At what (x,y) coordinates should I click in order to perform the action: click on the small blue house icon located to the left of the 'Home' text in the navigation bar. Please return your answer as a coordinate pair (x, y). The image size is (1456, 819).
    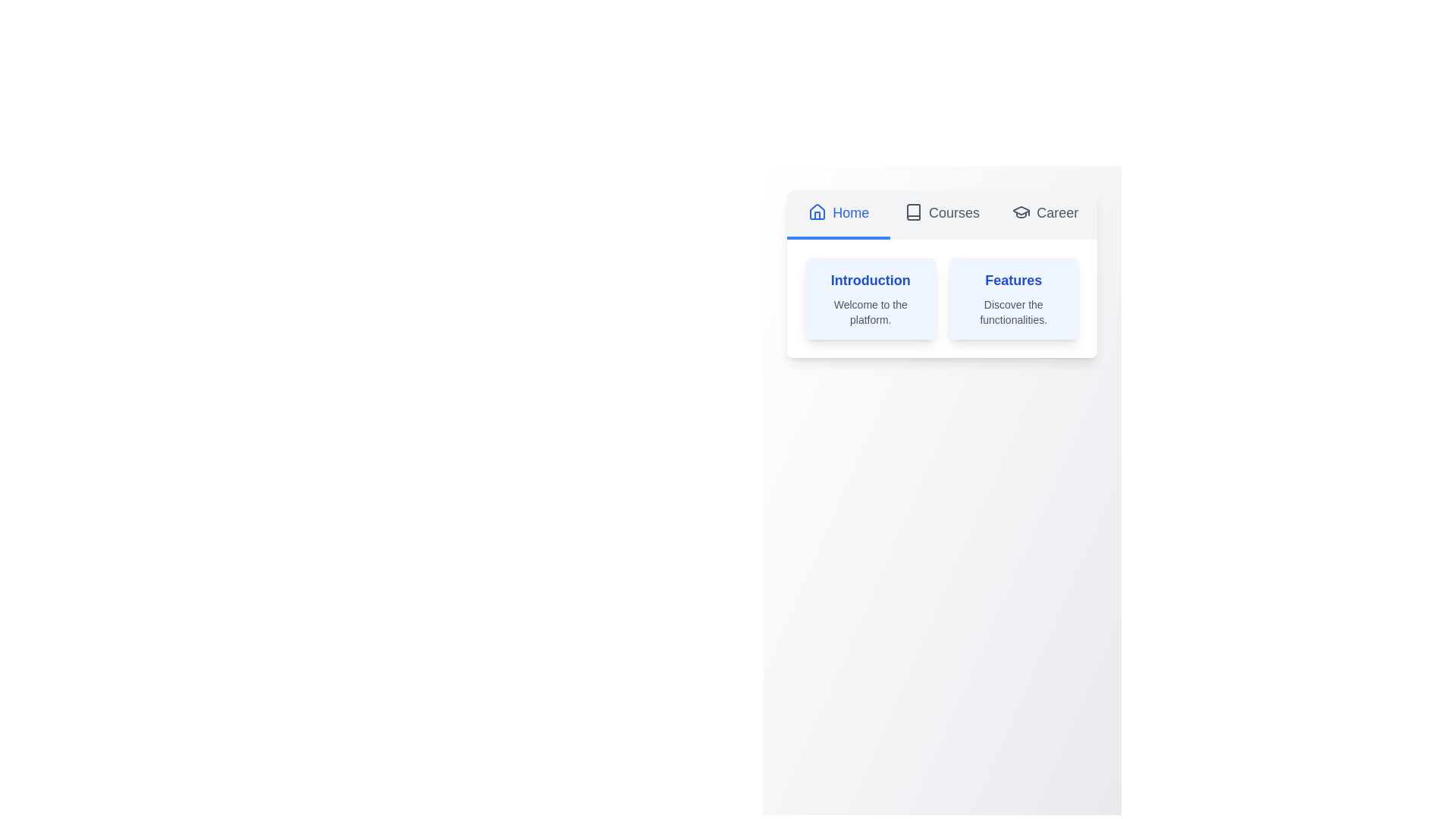
    Looking at the image, I should click on (817, 212).